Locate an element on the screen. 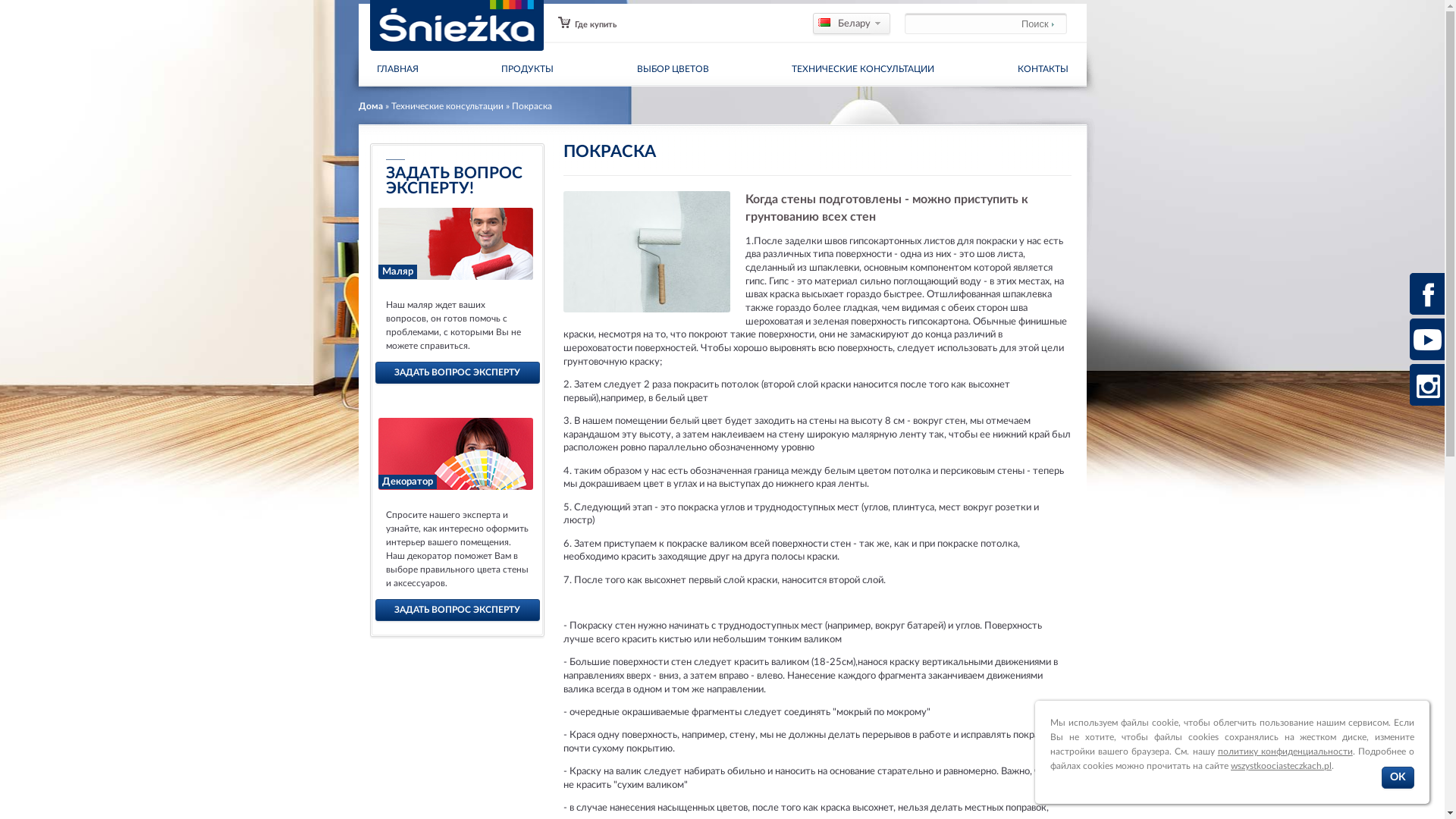  'wszystkoociasteczkach.pl' is located at coordinates (1280, 766).